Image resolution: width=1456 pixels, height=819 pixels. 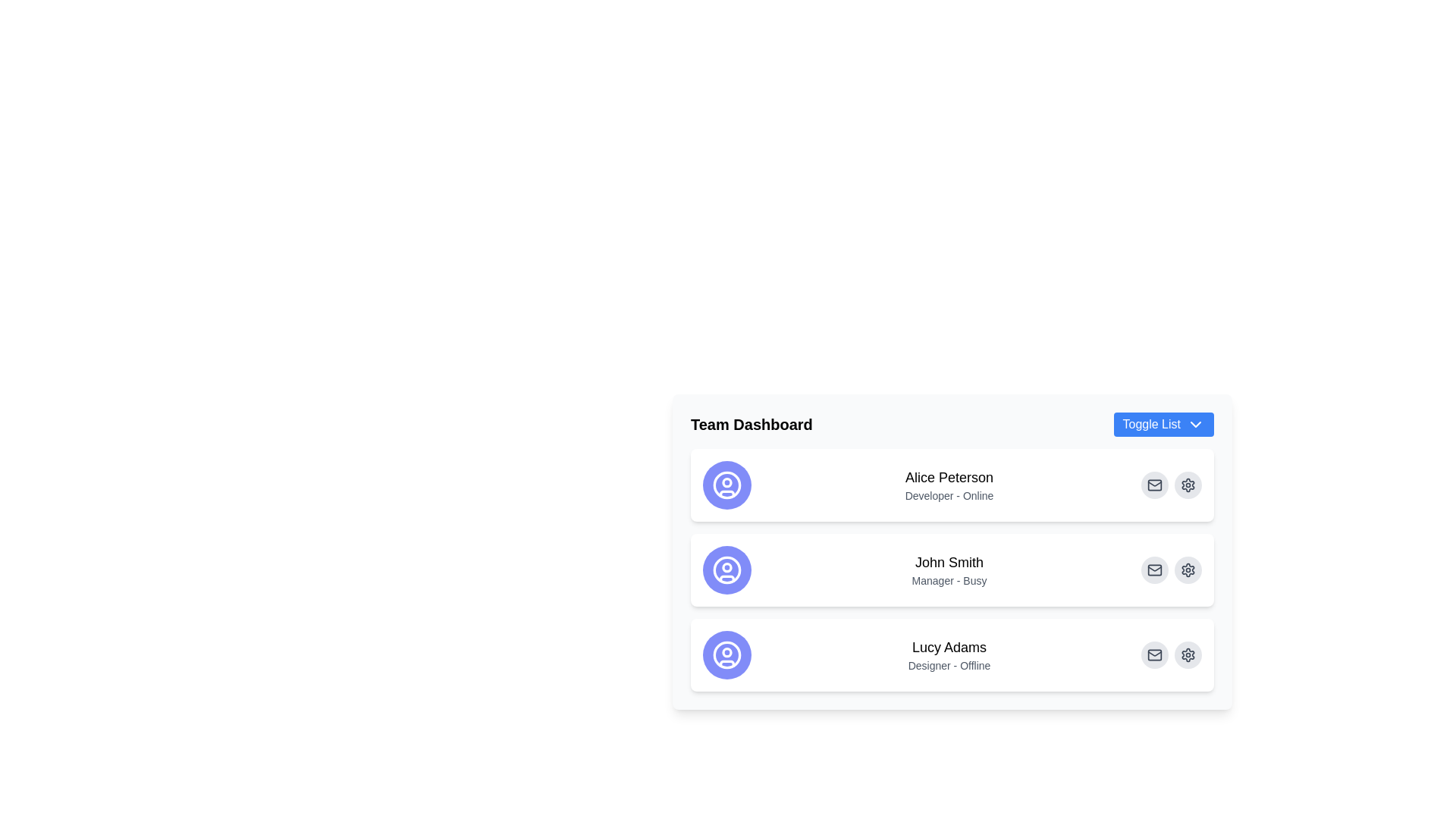 I want to click on the user profile icon that depicts a user silhouette in a circular outline, located on the left side of the first row of user profiles, specifically next to 'Alice Peterson', so click(x=726, y=485).